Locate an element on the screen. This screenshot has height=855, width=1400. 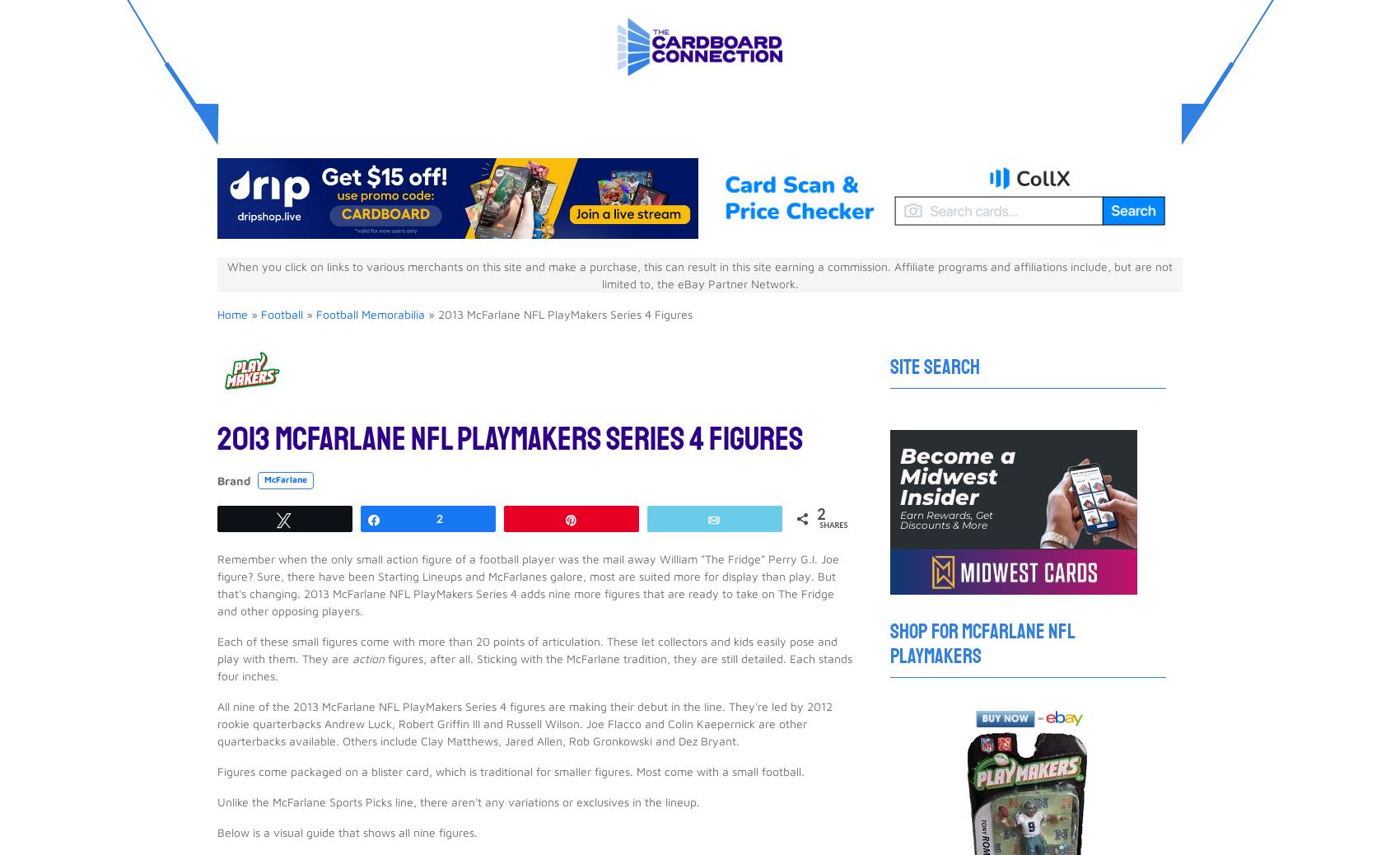
'Ryan is a former member of The Cardboard Connection Writing Staff.' is located at coordinates (497, 583).